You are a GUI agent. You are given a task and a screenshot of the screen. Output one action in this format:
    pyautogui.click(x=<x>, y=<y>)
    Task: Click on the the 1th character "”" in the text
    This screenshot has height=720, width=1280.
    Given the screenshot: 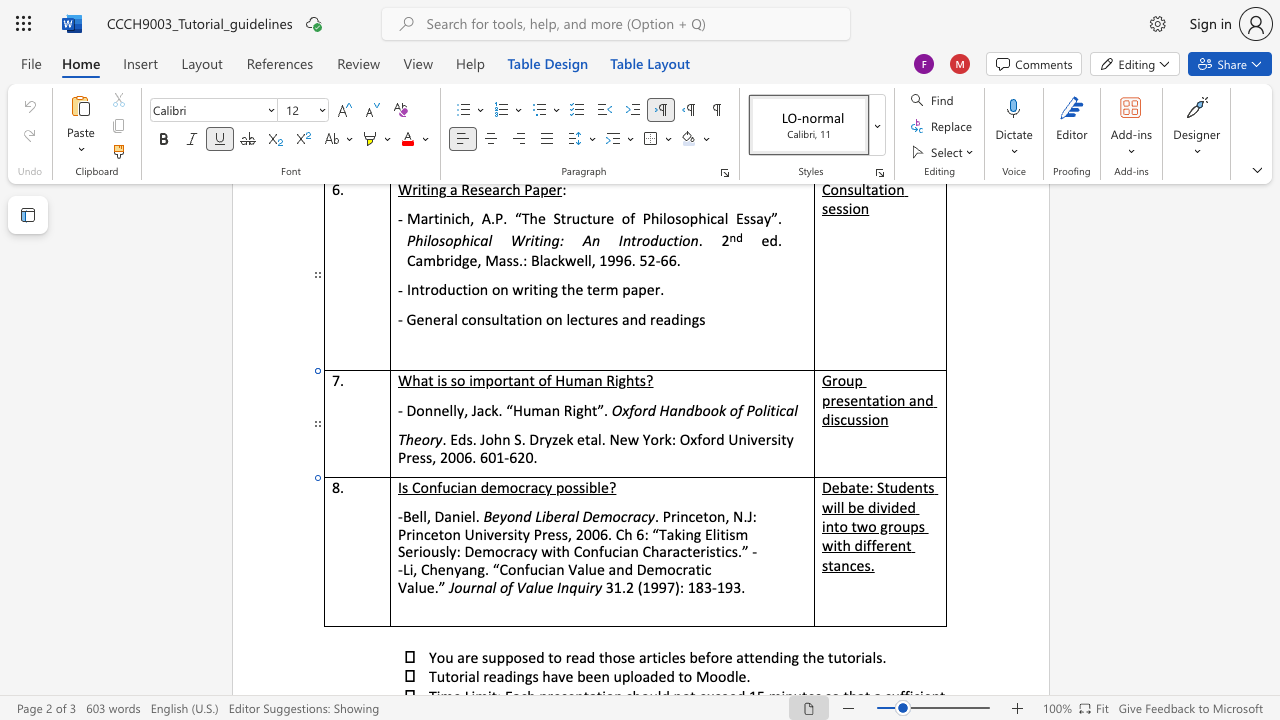 What is the action you would take?
    pyautogui.click(x=599, y=409)
    